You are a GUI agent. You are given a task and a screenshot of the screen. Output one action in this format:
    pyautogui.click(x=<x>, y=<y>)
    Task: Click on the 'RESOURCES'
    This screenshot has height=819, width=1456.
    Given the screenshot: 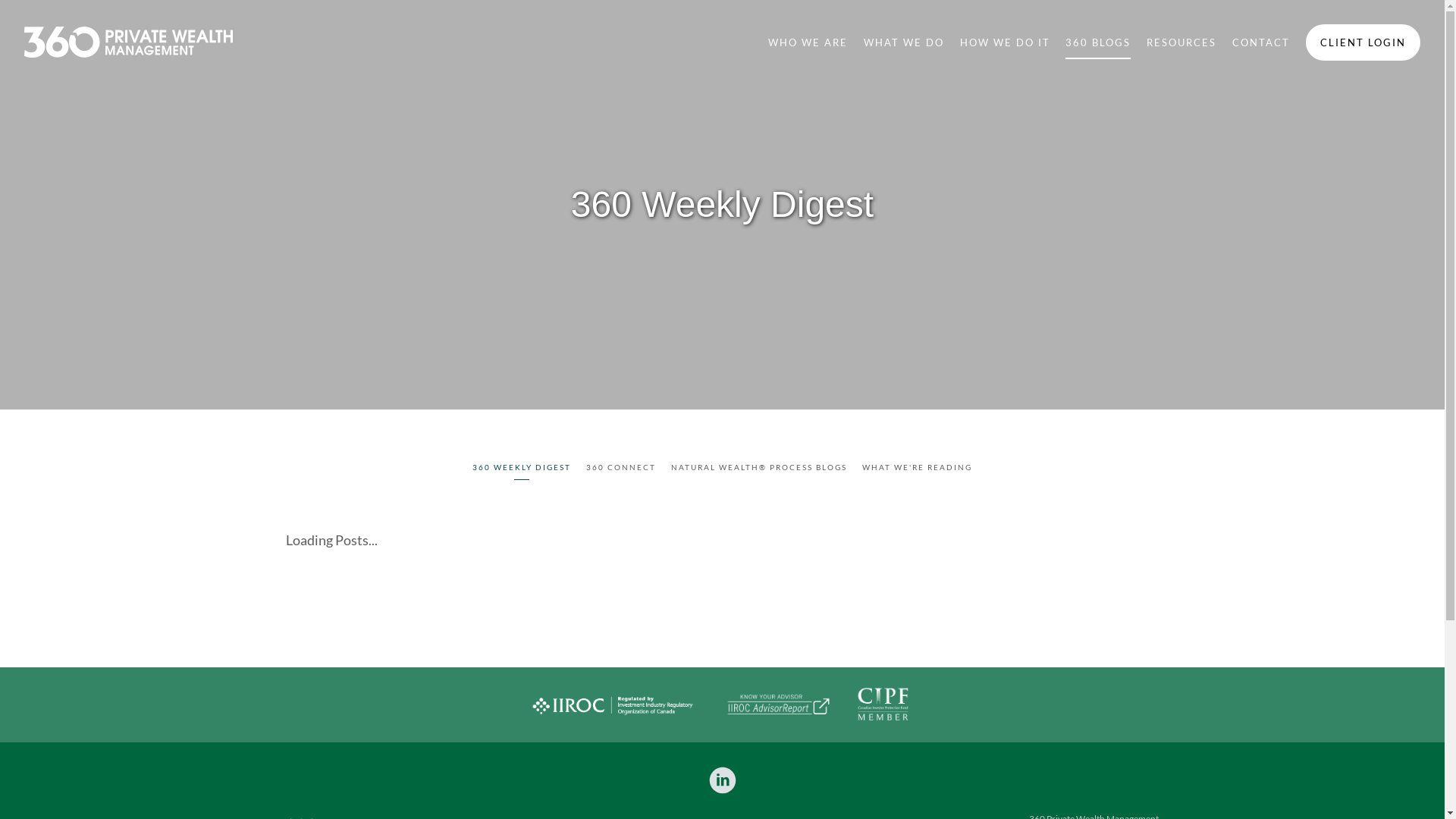 What is the action you would take?
    pyautogui.click(x=1147, y=41)
    